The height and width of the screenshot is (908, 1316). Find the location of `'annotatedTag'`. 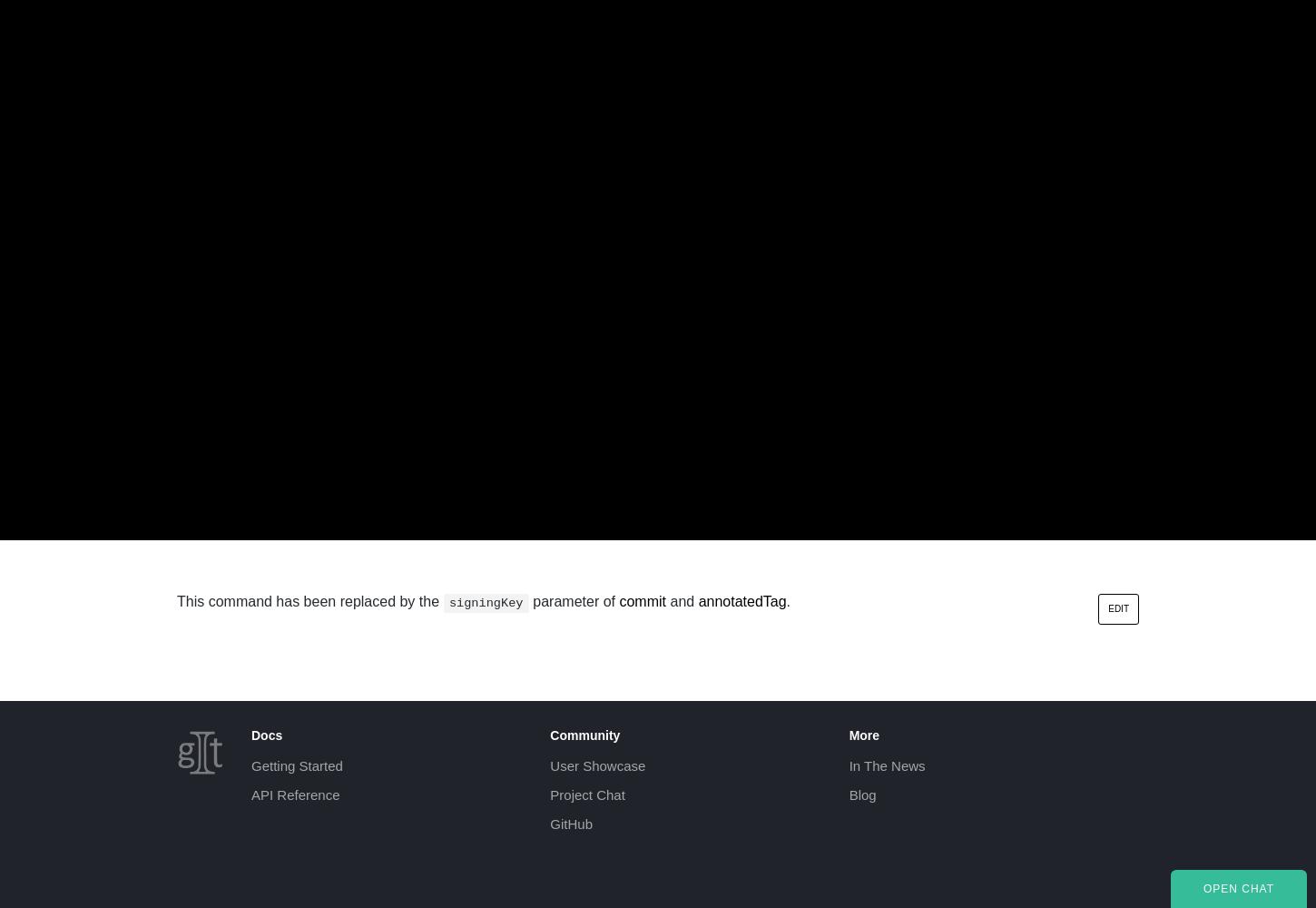

'annotatedTag' is located at coordinates (741, 601).